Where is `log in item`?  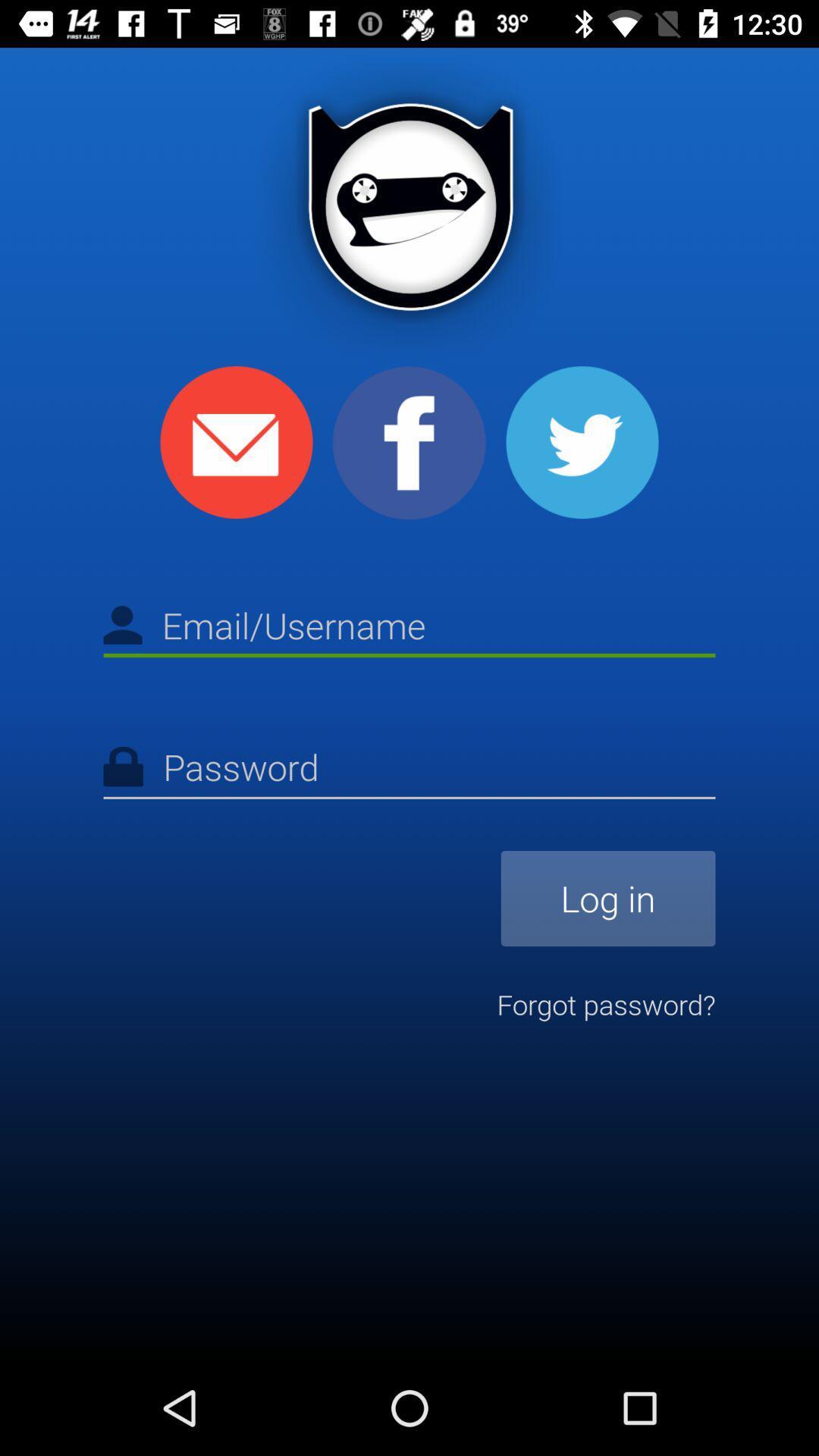 log in item is located at coordinates (607, 899).